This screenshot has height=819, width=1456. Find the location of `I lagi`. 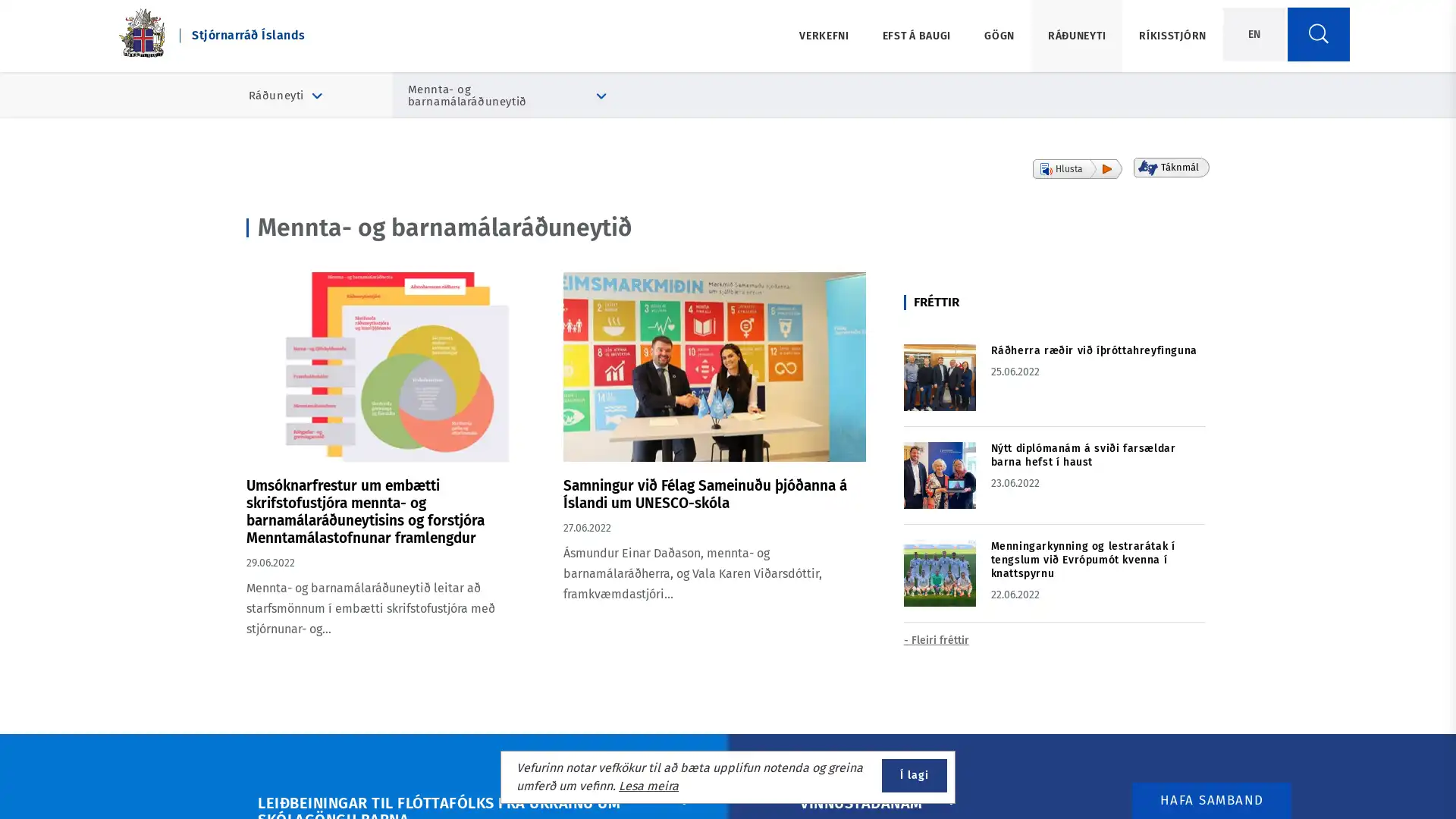

I lagi is located at coordinates (913, 775).